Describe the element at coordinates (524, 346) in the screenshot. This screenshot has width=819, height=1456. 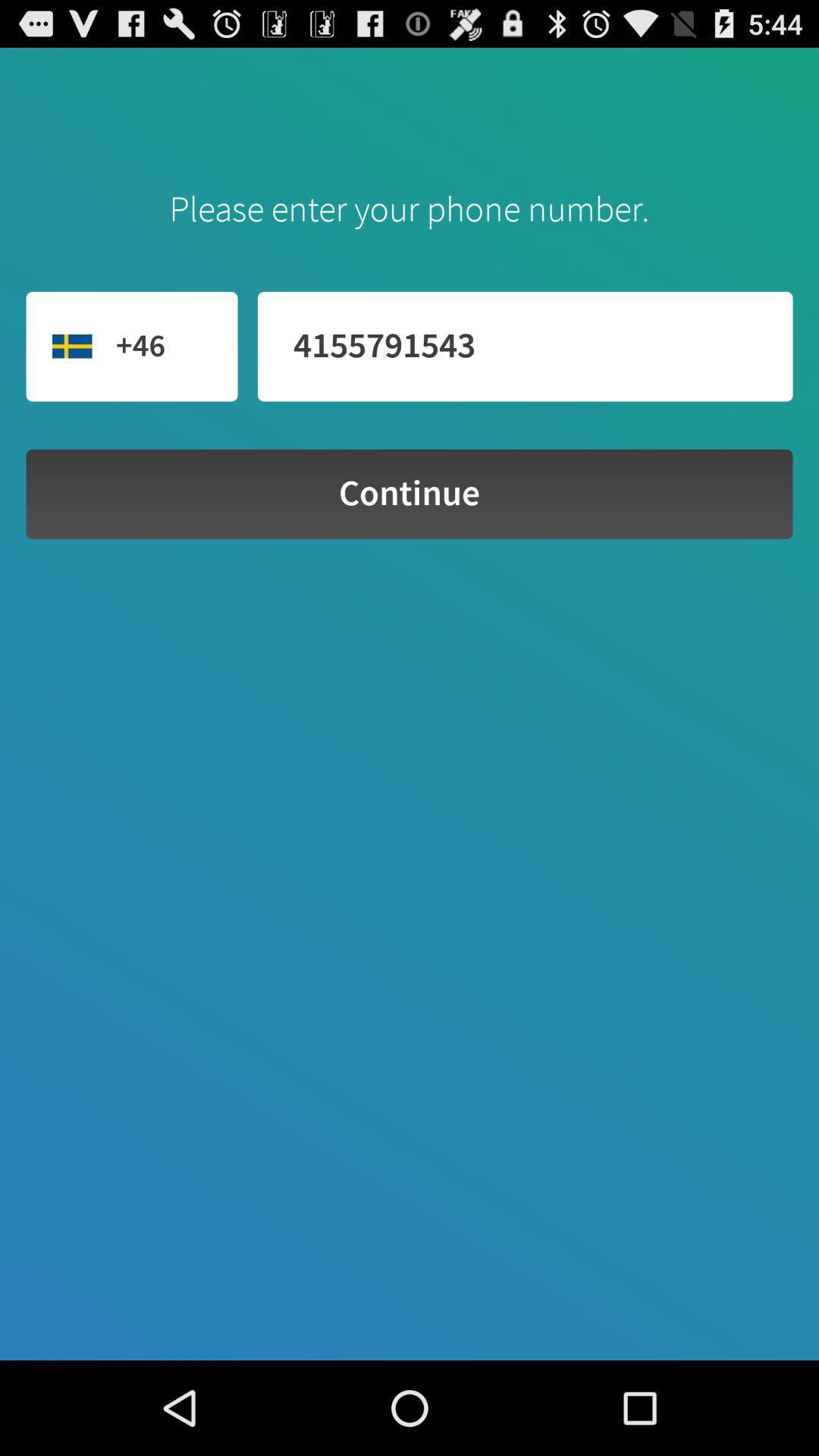
I see `4155791543 icon` at that location.